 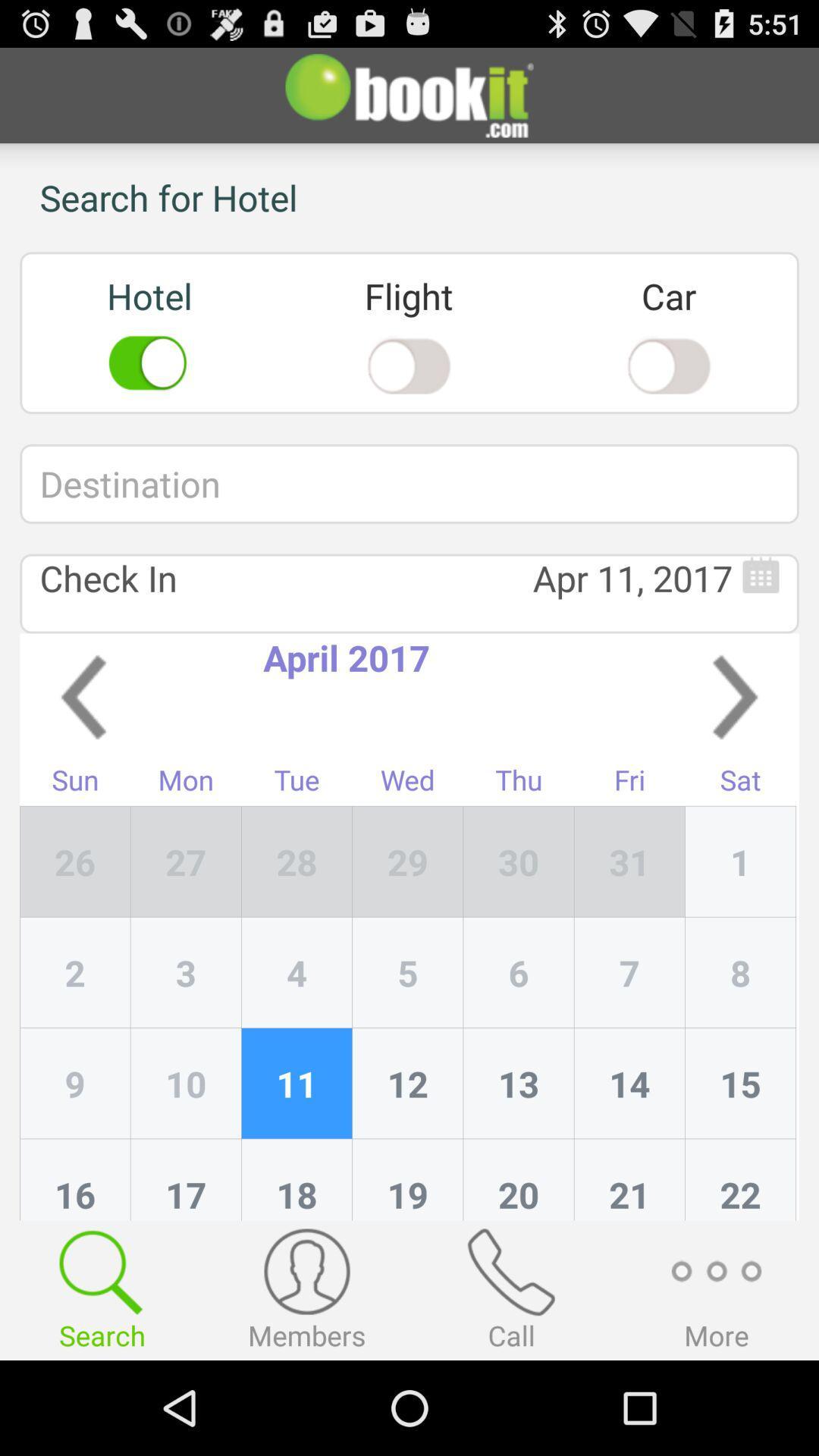 I want to click on the item to the left of 7 icon, so click(x=518, y=1083).